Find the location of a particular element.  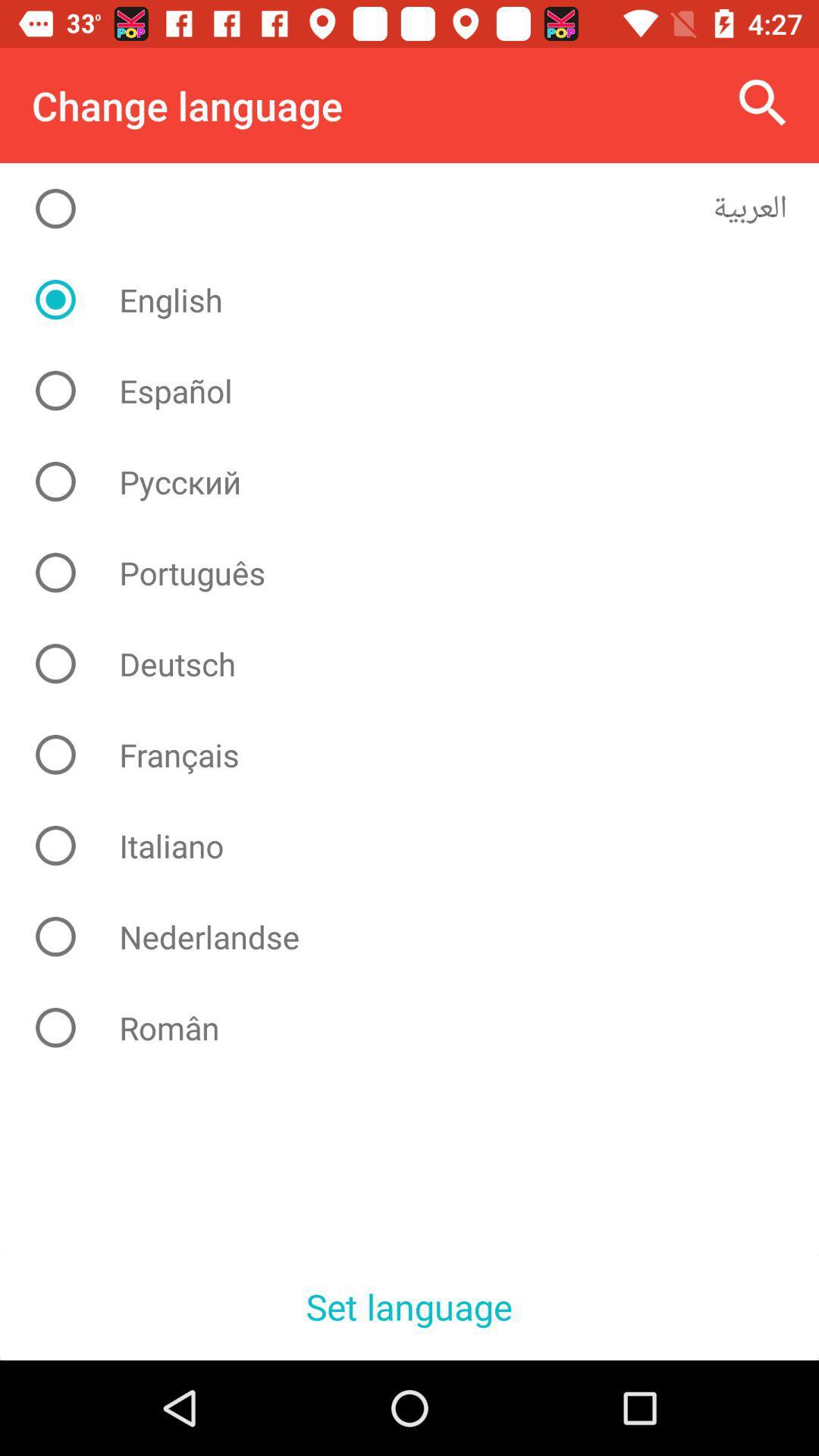

the item below italiano icon is located at coordinates (421, 936).